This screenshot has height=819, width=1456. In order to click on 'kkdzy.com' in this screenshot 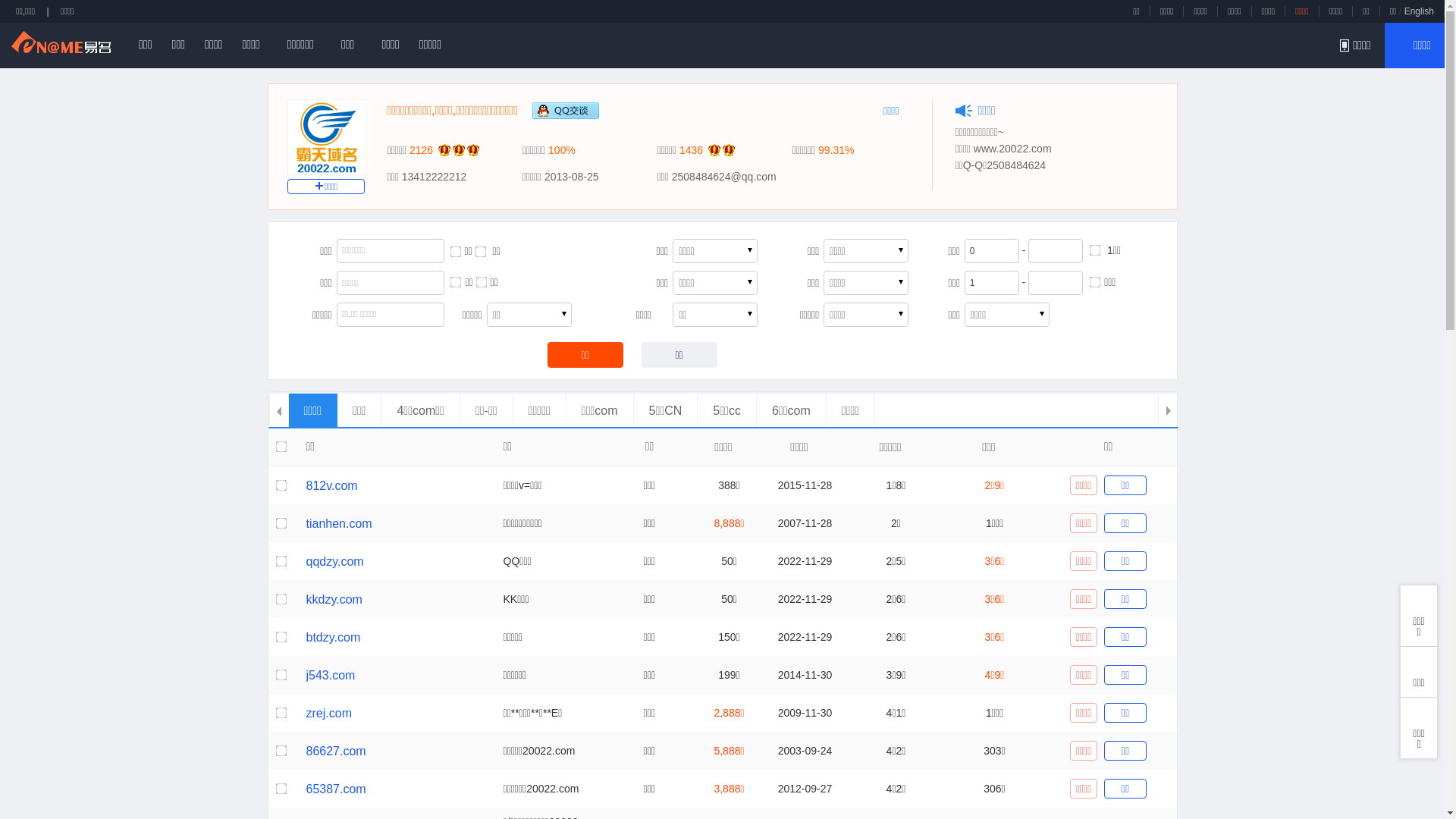, I will do `click(334, 598)`.